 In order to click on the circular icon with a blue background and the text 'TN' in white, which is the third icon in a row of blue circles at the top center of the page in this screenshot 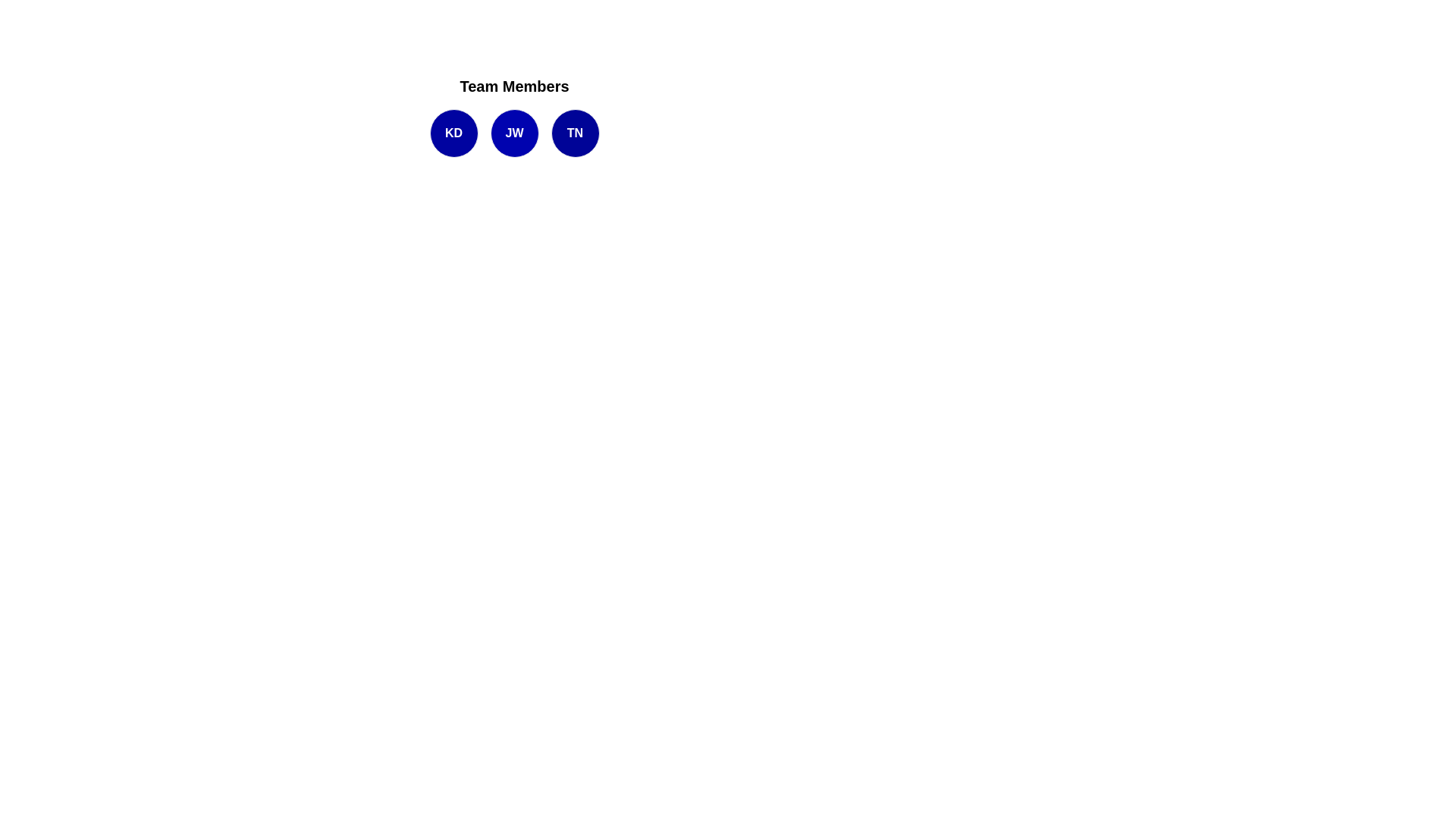, I will do `click(574, 133)`.